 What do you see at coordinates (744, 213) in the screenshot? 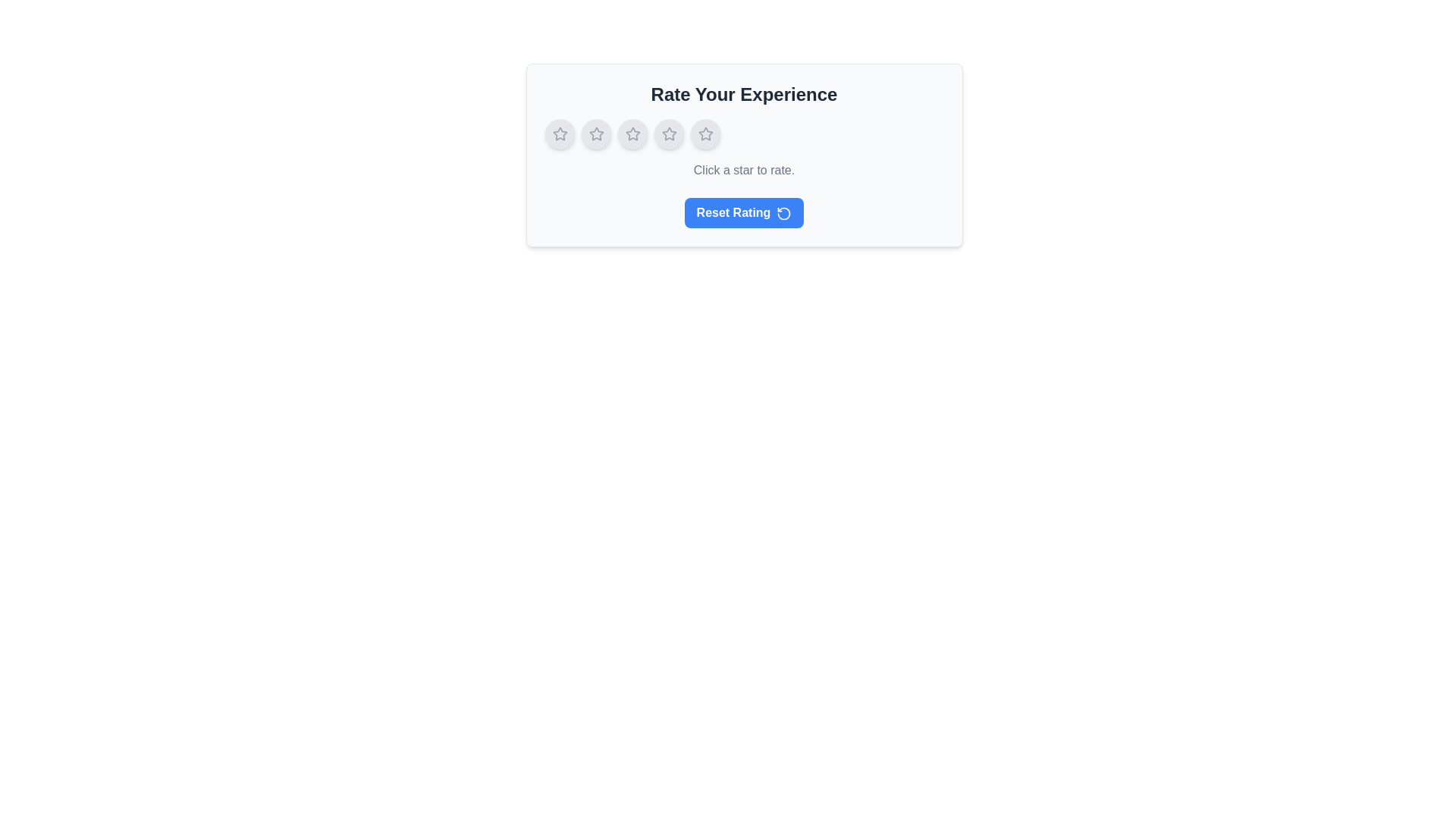
I see `the 'Reset Rating' button, which is a rectangular button with a blue background and white text, located at the bottom of the 'Rate Your Experience' card layout` at bounding box center [744, 213].